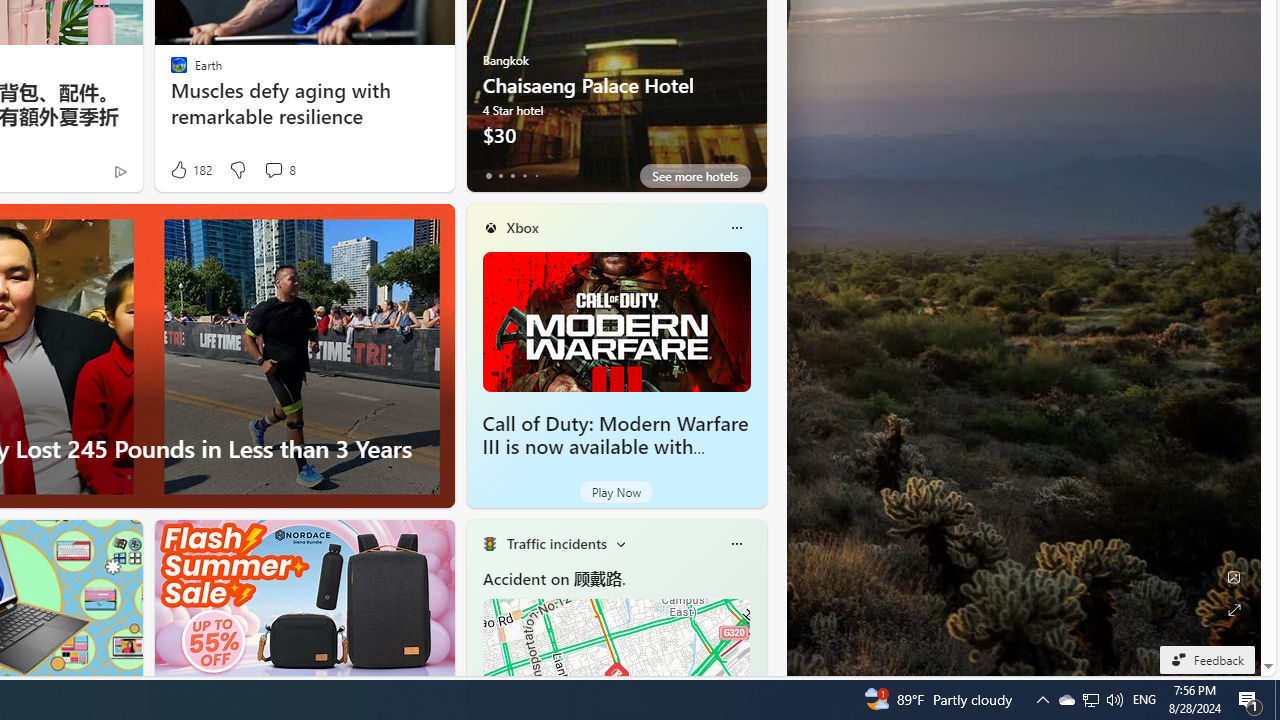  What do you see at coordinates (695, 175) in the screenshot?
I see `'See more hotels'` at bounding box center [695, 175].